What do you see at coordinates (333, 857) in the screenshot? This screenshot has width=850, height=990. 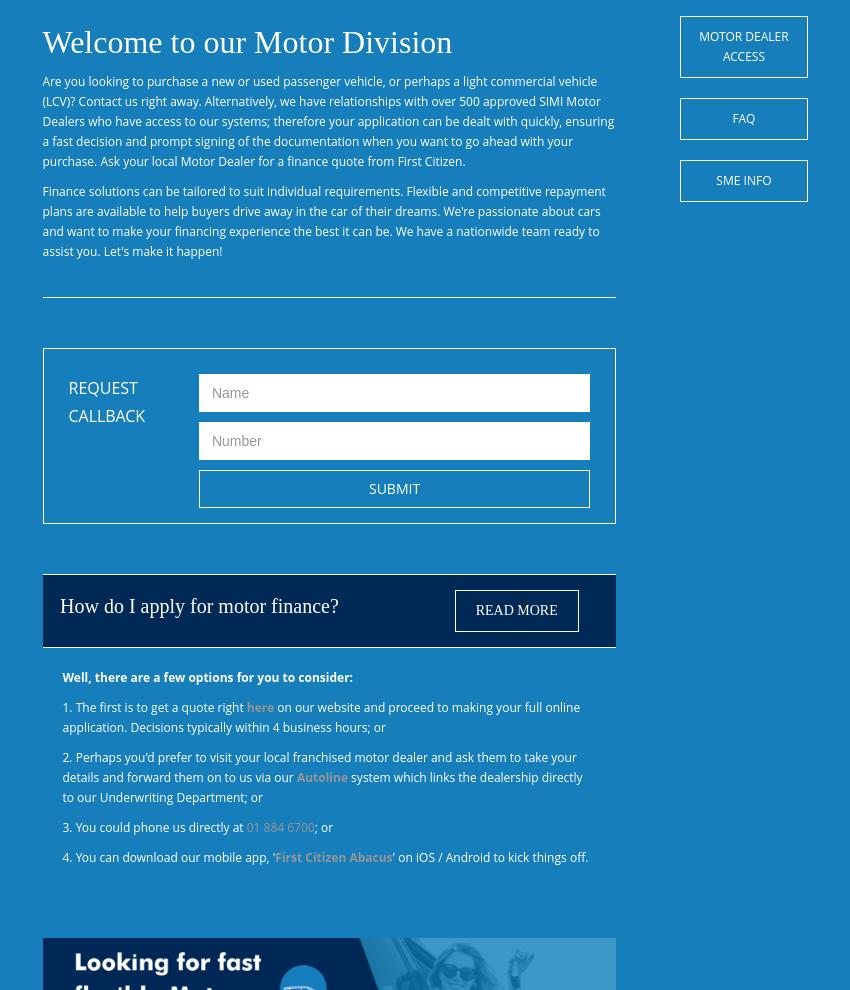 I see `'First Citizen Abacus'` at bounding box center [333, 857].